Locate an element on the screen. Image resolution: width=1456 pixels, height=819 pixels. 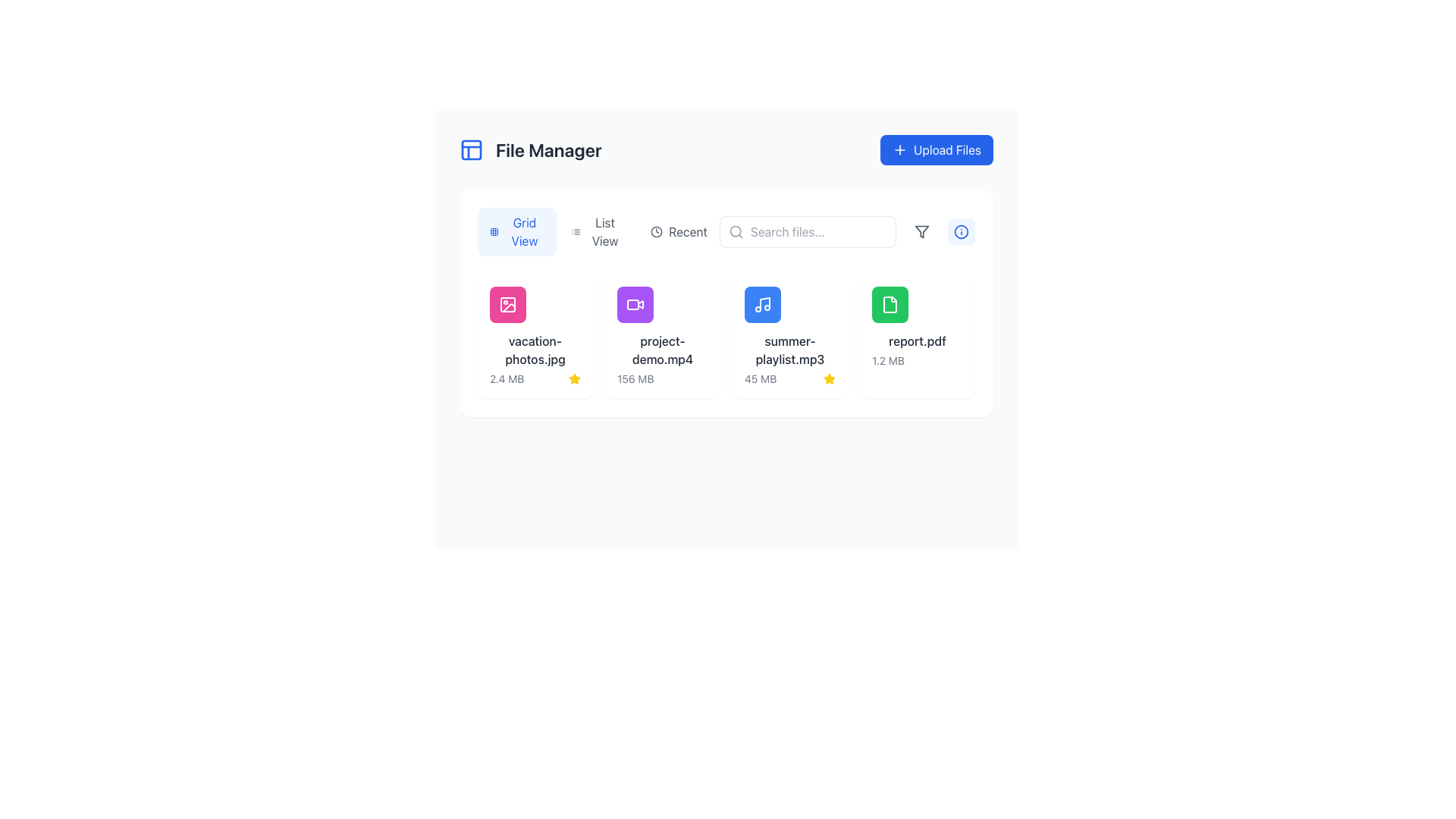
the document file icon named 'report.pdf', which is the fourth item in the file manager grid layout, located below the 'Upload Files' button is located at coordinates (890, 304).